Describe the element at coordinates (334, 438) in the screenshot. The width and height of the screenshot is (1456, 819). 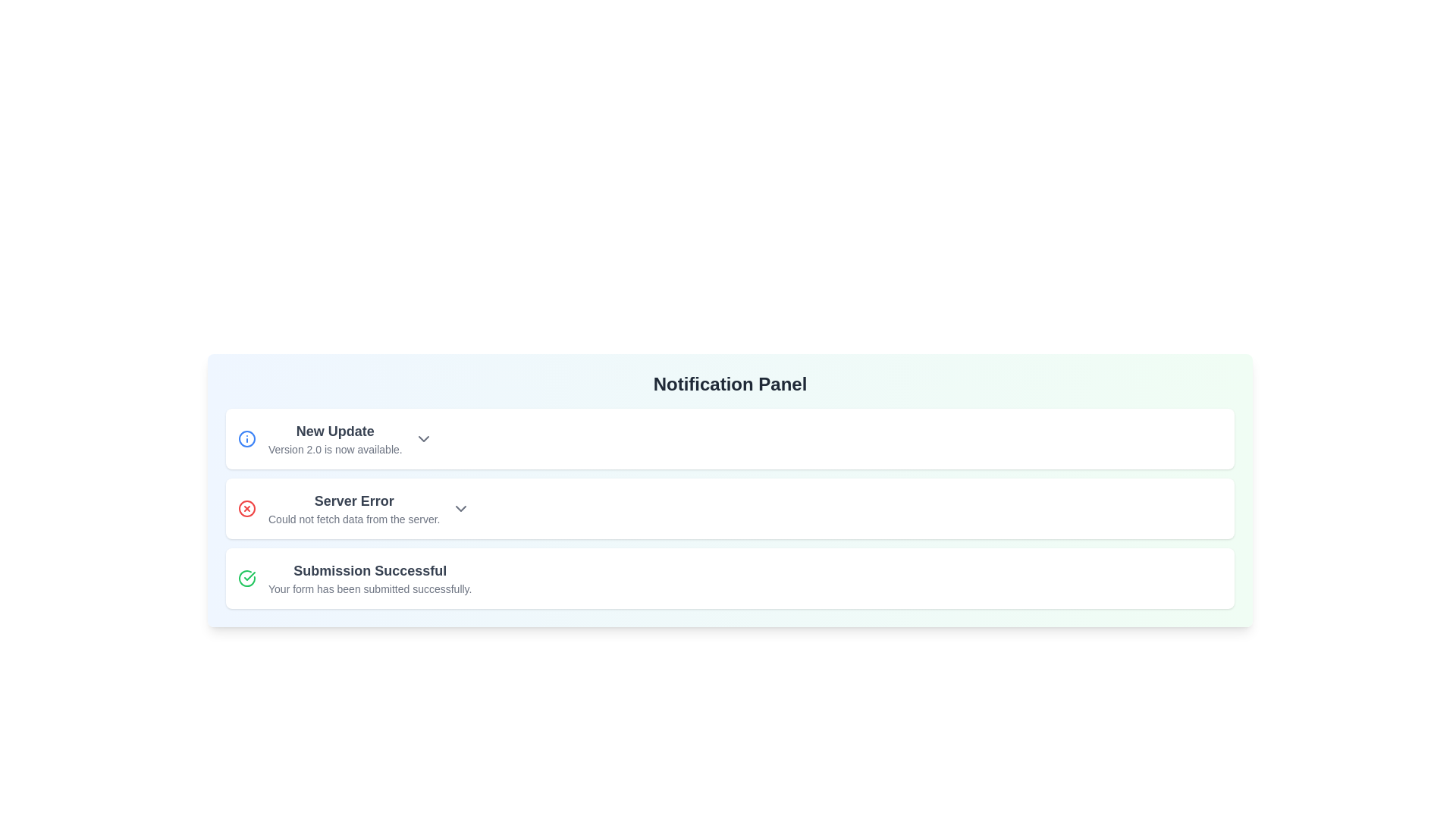
I see `information displayed in the 'New Update' Text block within the Notification Panel, which includes the message 'Version 2.0 is now available.'` at that location.